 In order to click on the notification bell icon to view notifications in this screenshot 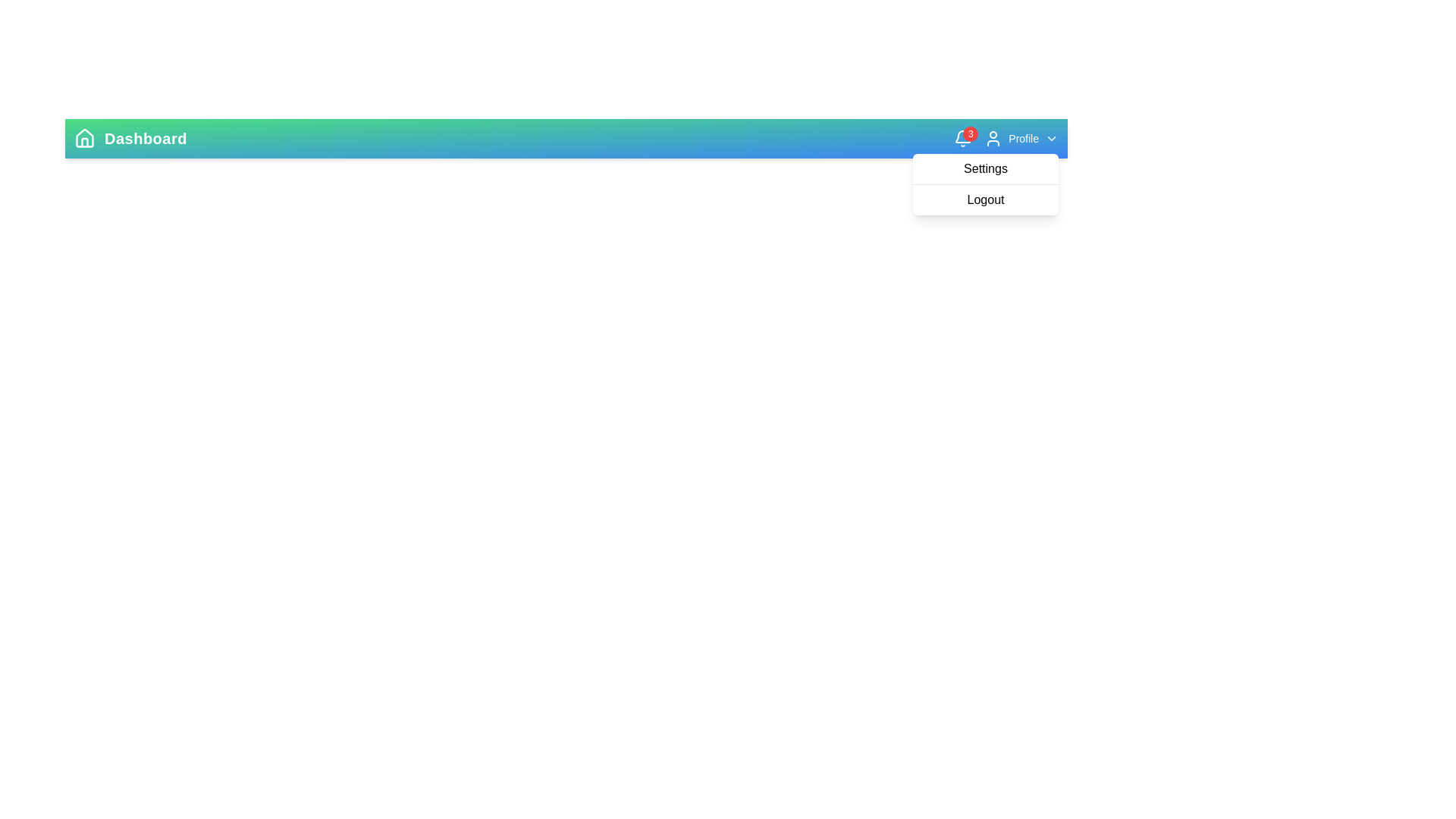, I will do `click(962, 138)`.